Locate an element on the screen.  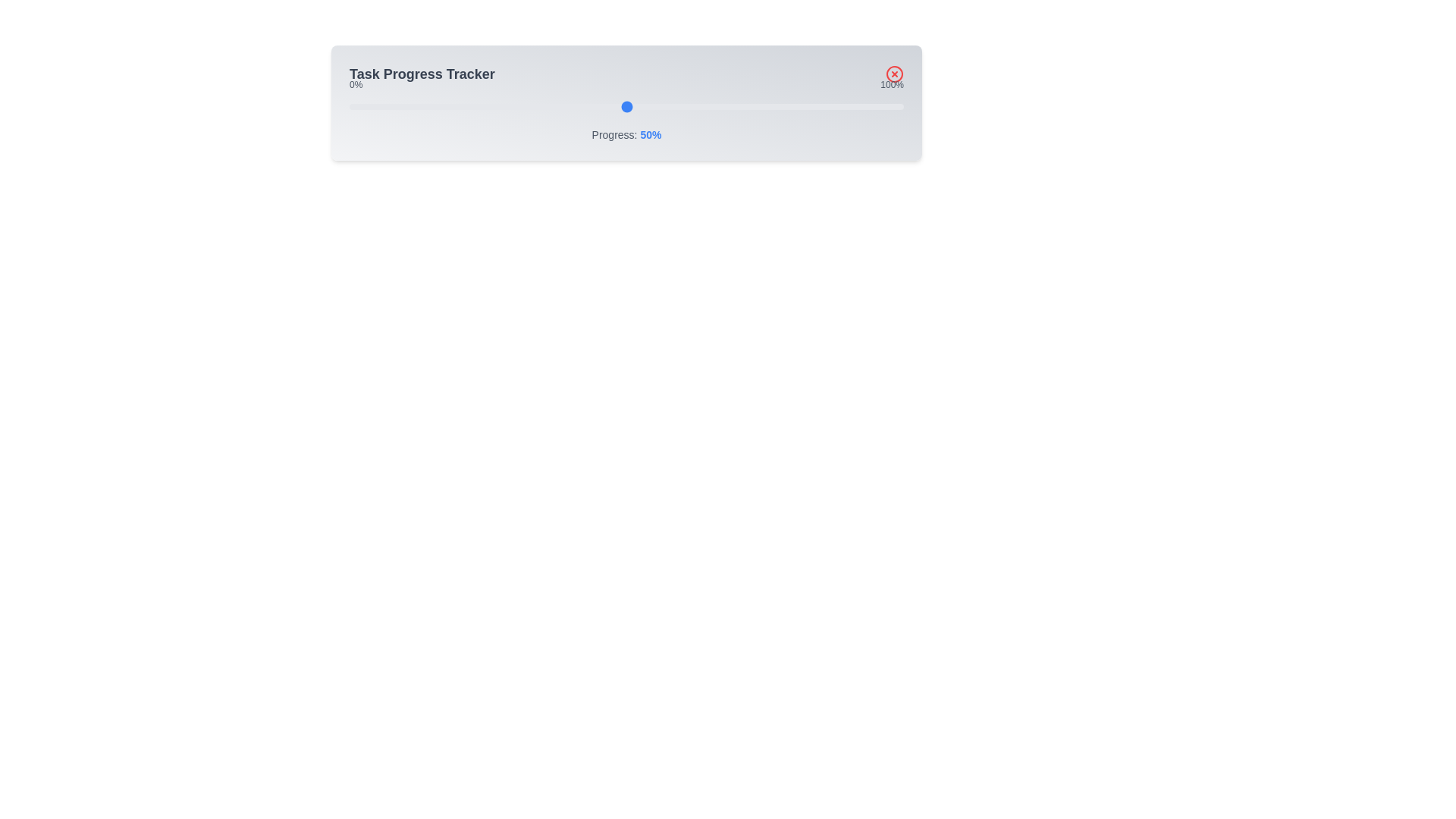
the slider is located at coordinates (881, 106).